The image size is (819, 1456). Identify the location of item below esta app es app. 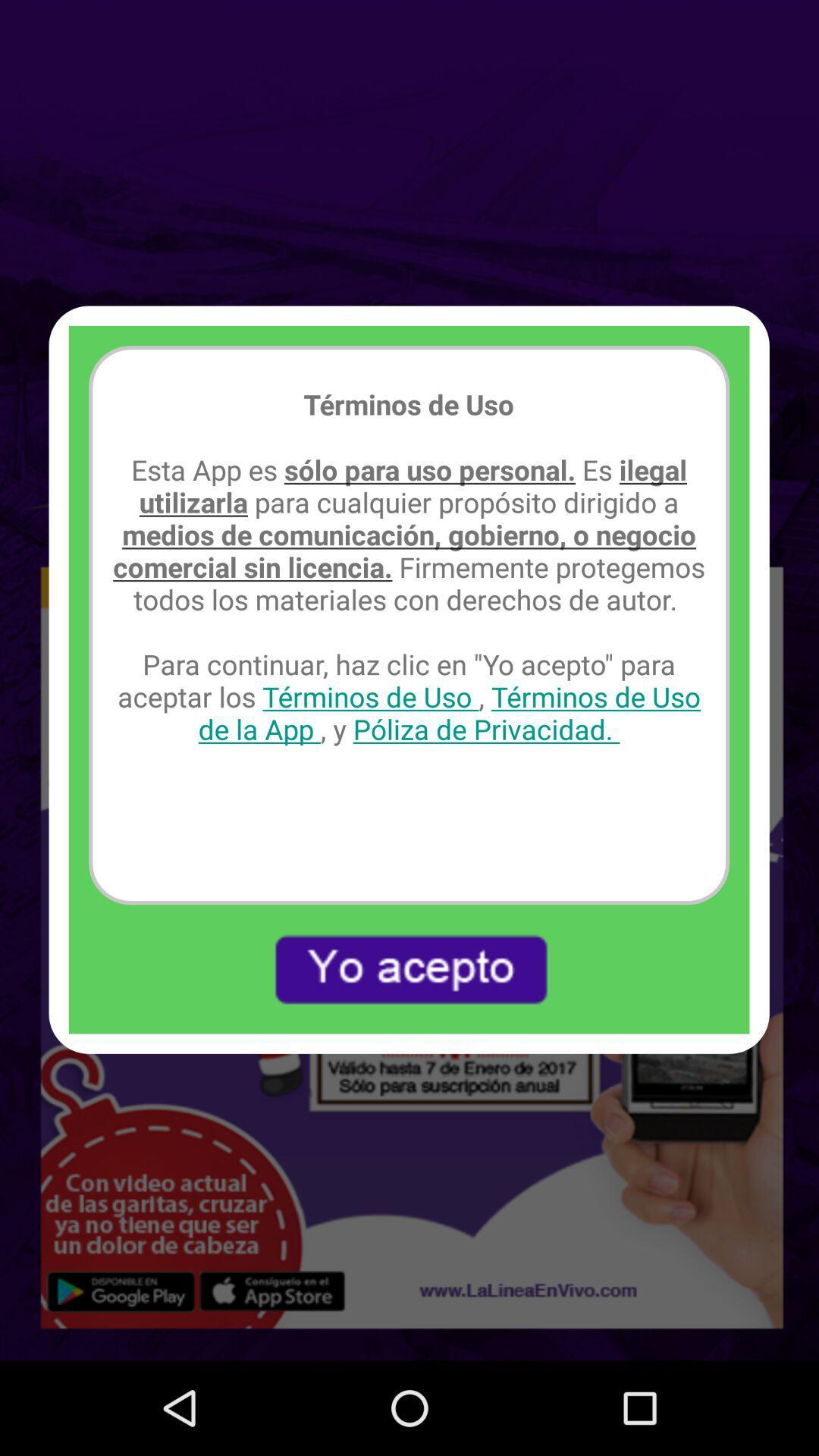
(408, 968).